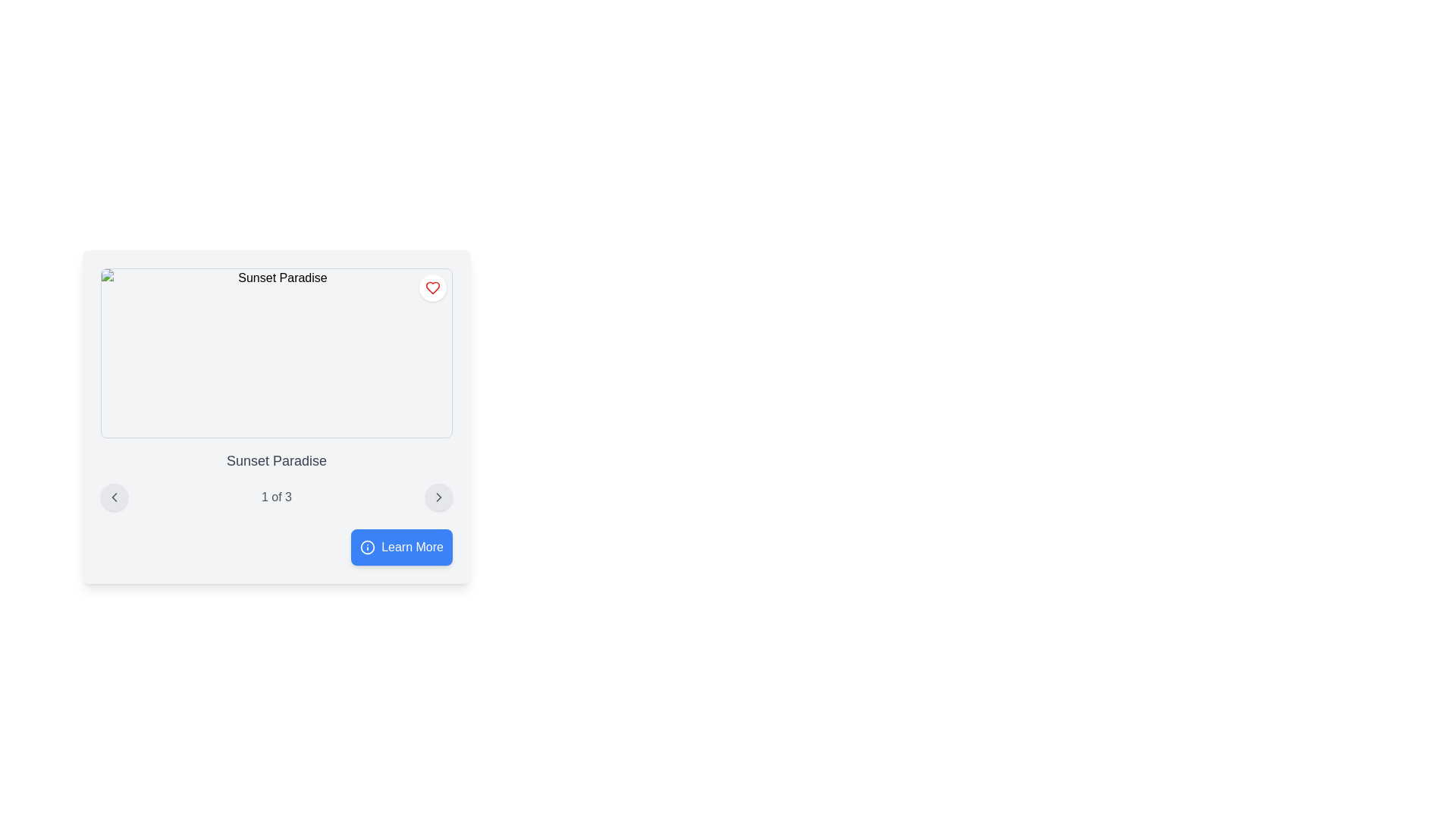  I want to click on the heart icon located at the top-right corner of the white card interface near the title 'Sunset Paradise' to mark the content as favorite, so click(432, 288).